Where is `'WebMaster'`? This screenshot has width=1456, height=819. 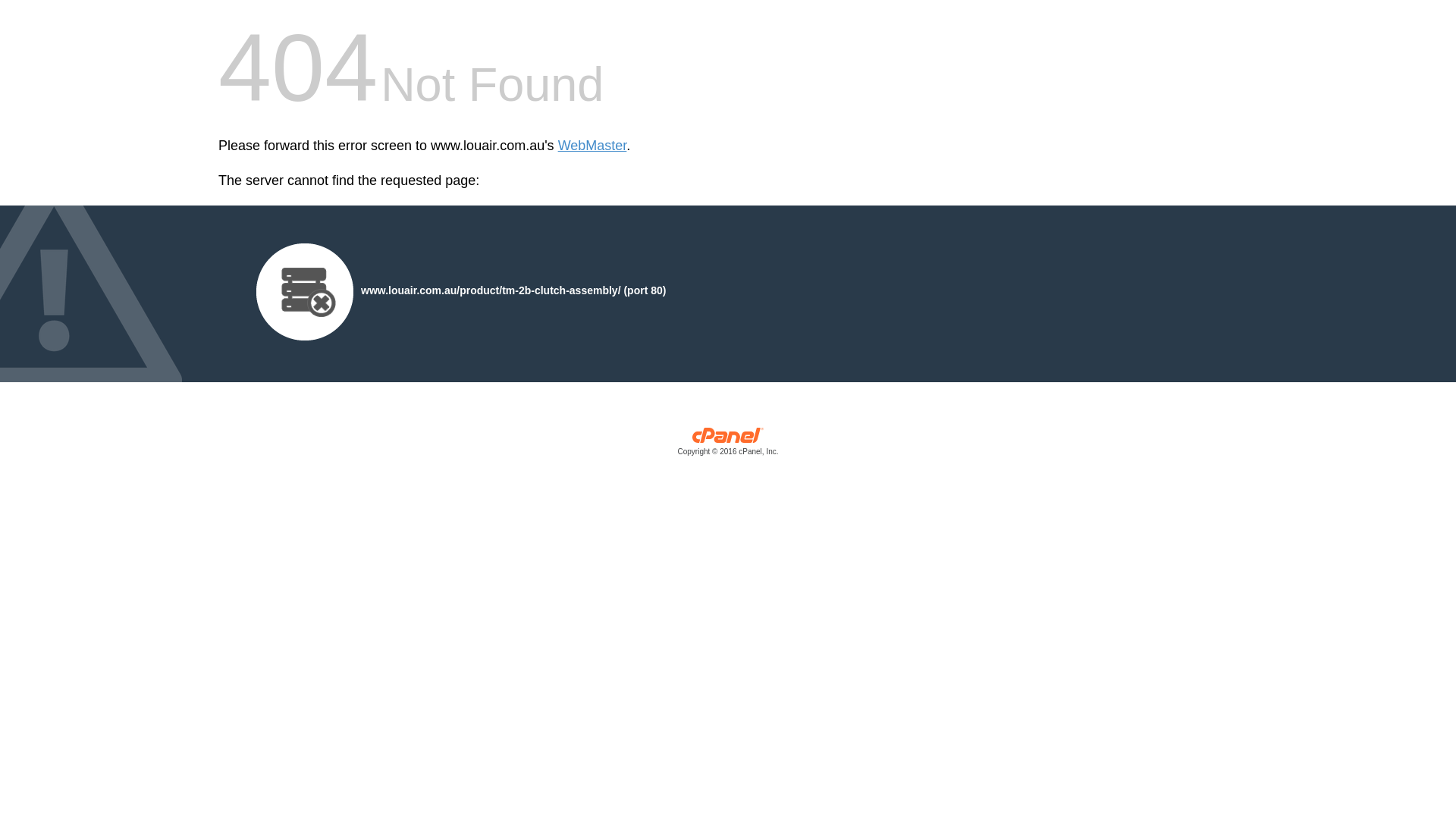
'WebMaster' is located at coordinates (591, 146).